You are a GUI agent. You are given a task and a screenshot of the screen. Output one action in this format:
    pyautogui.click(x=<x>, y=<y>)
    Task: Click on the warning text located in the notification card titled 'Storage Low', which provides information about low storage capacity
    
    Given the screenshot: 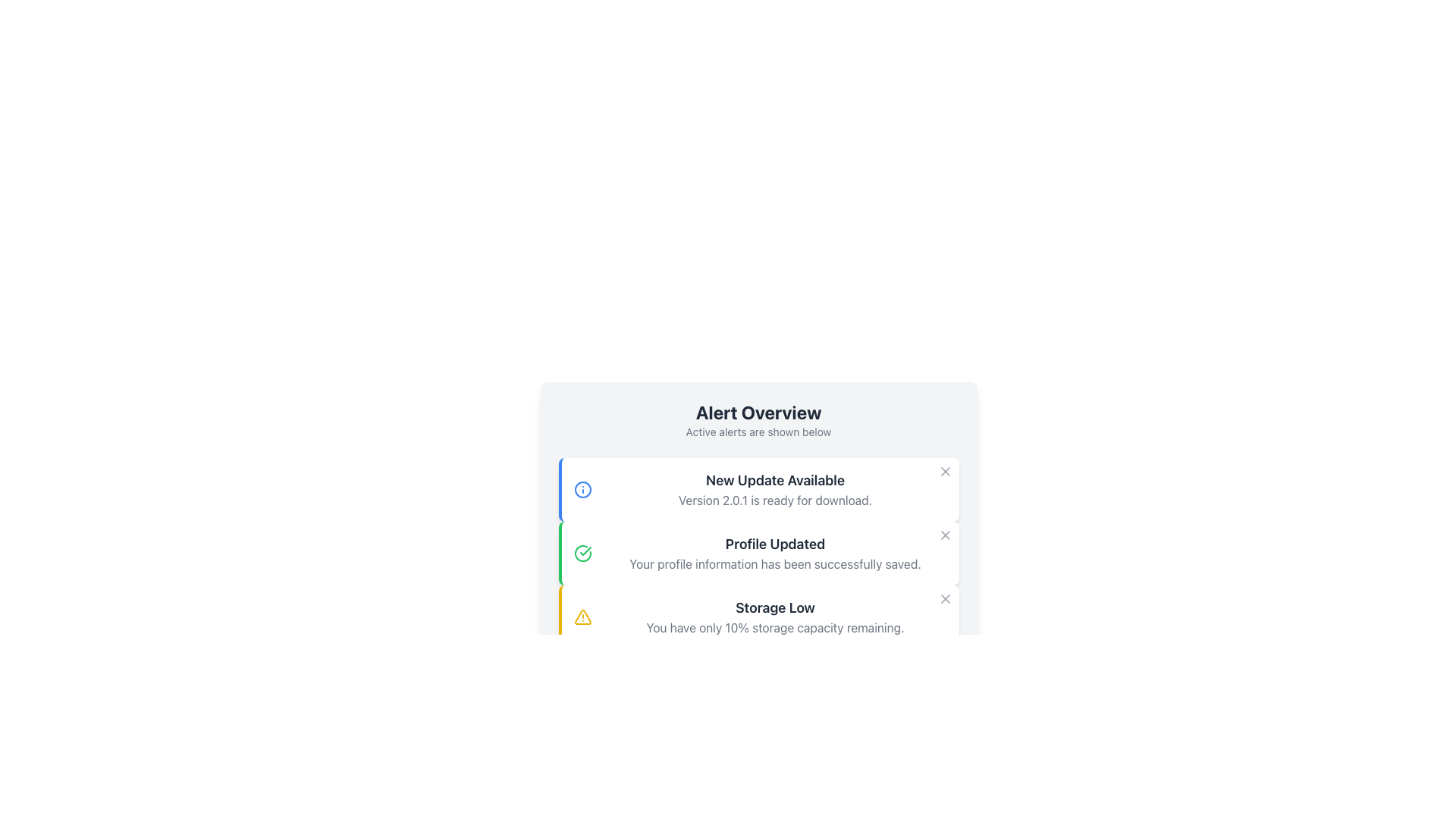 What is the action you would take?
    pyautogui.click(x=775, y=628)
    